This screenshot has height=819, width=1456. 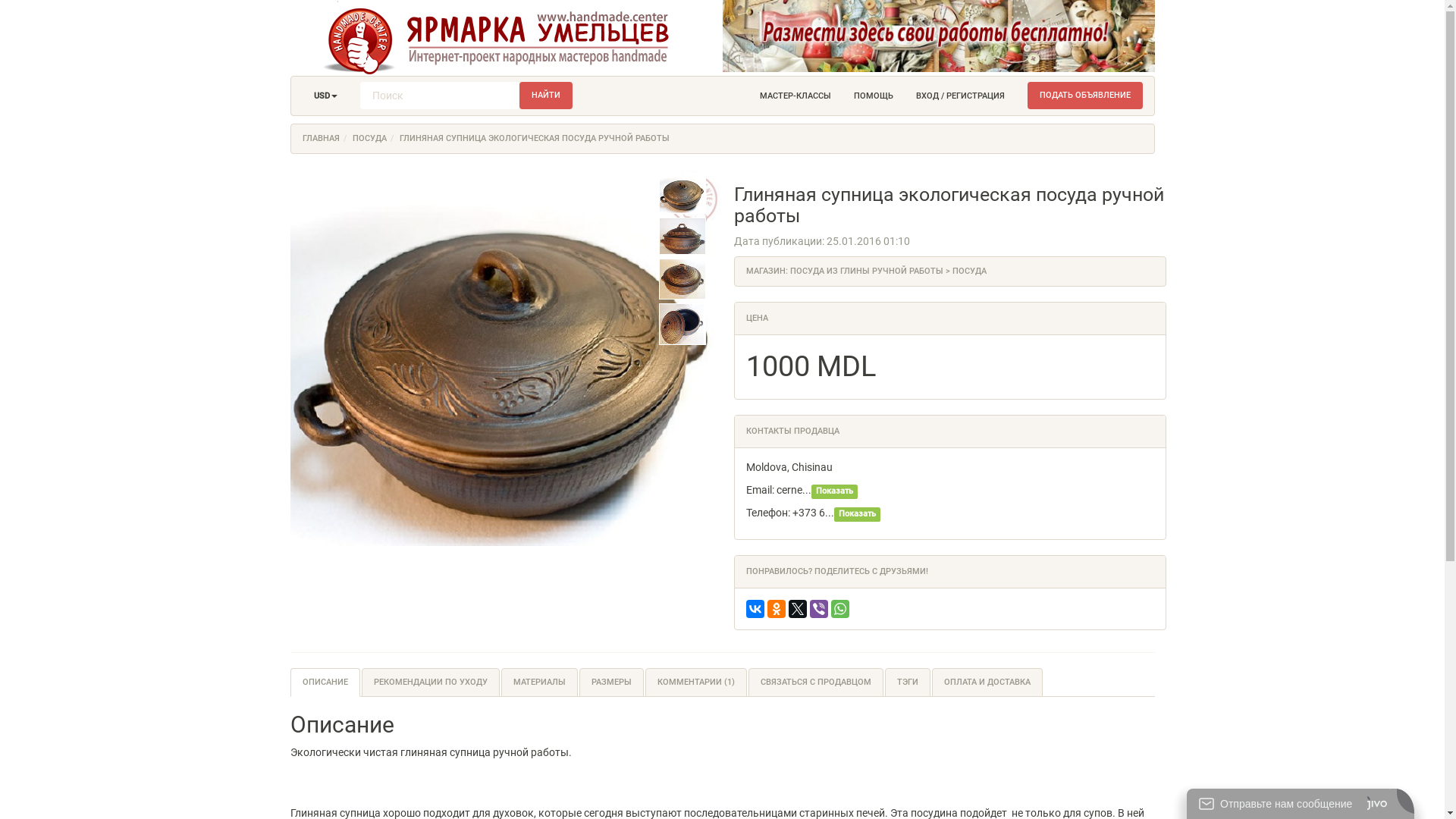 What do you see at coordinates (796, 607) in the screenshot?
I see `'Twitter'` at bounding box center [796, 607].